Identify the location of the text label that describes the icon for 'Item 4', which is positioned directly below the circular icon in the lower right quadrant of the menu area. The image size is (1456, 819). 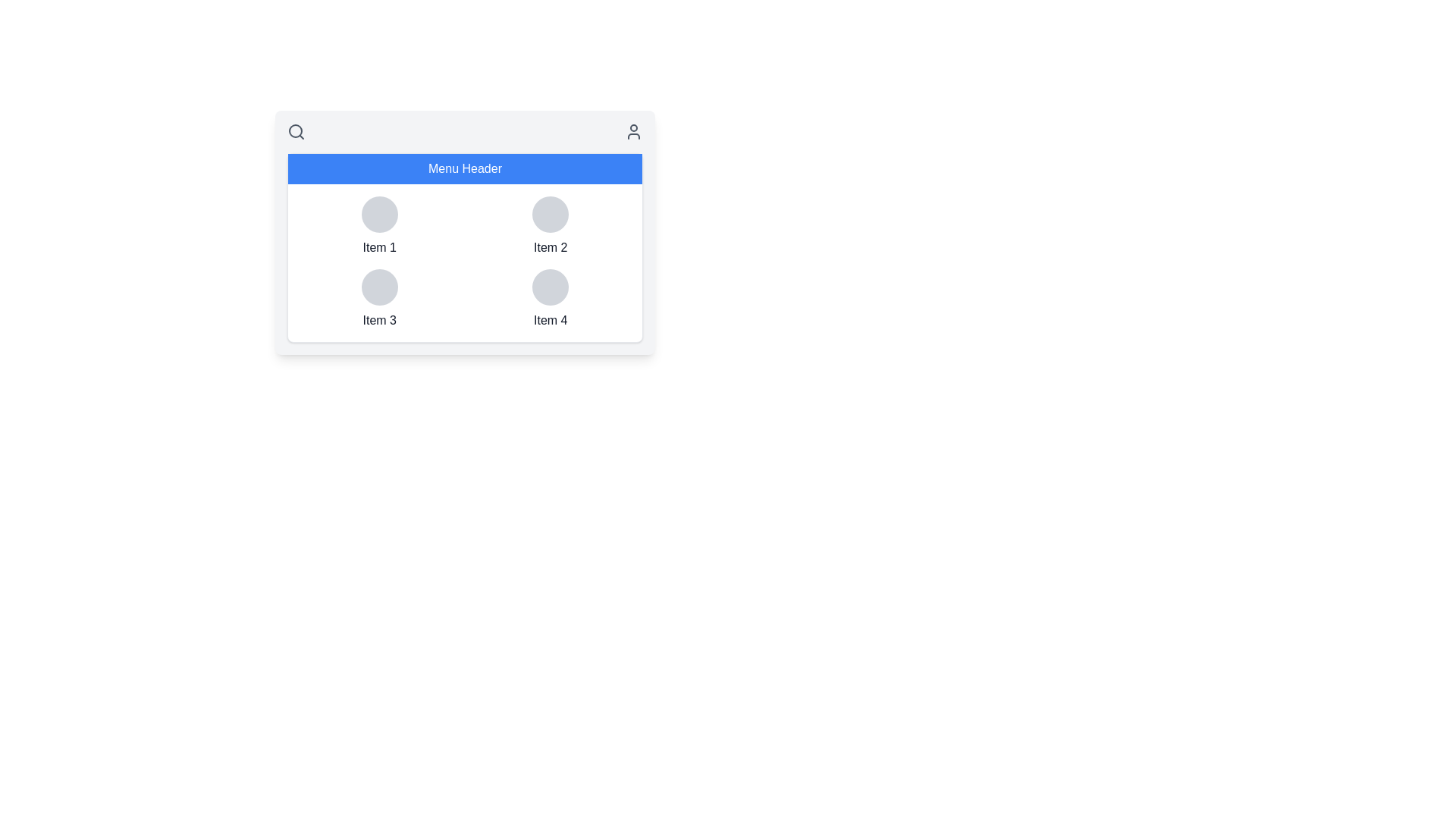
(550, 320).